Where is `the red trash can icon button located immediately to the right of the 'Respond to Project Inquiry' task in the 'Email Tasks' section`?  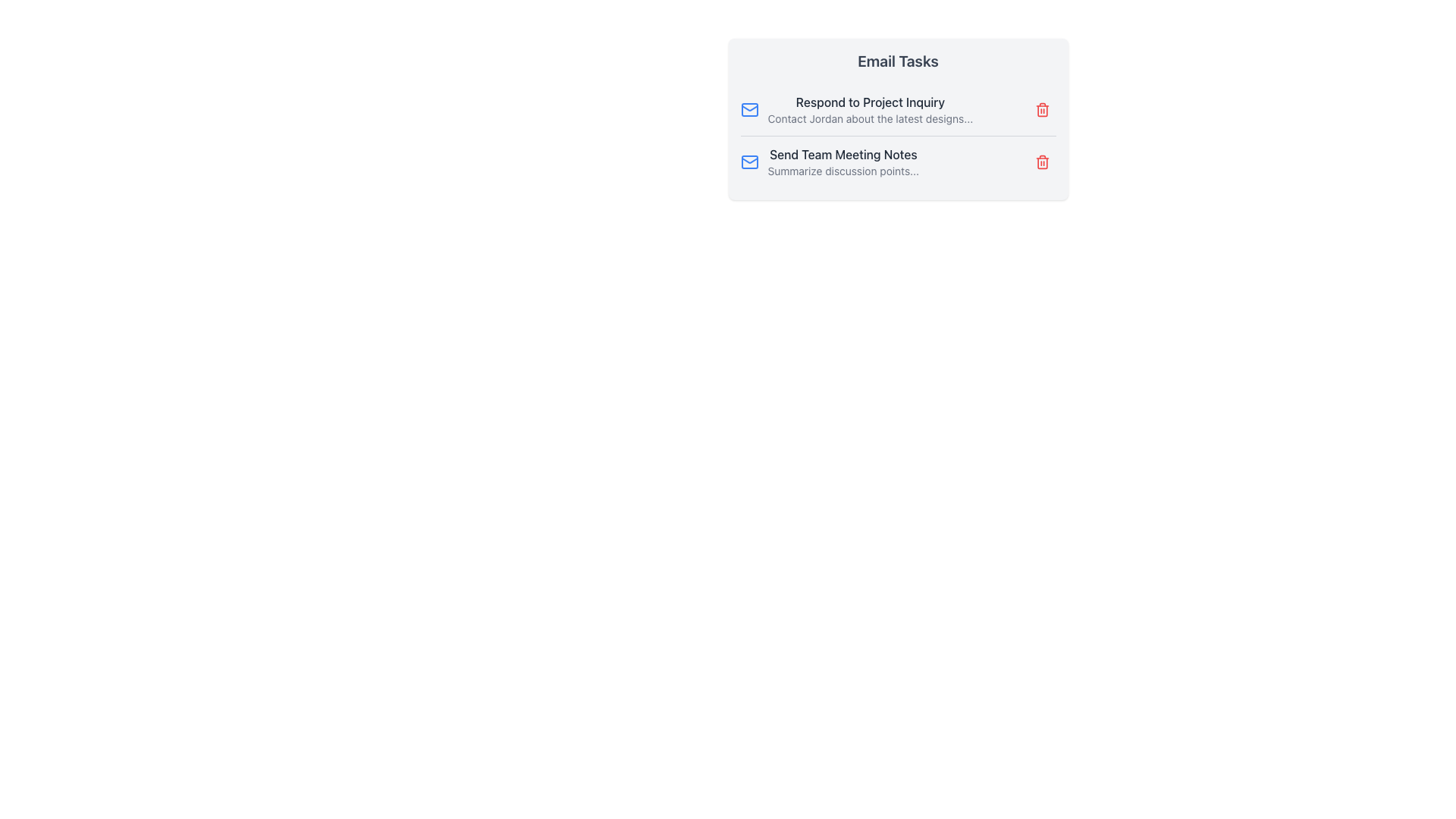
the red trash can icon button located immediately to the right of the 'Respond to Project Inquiry' task in the 'Email Tasks' section is located at coordinates (1041, 109).